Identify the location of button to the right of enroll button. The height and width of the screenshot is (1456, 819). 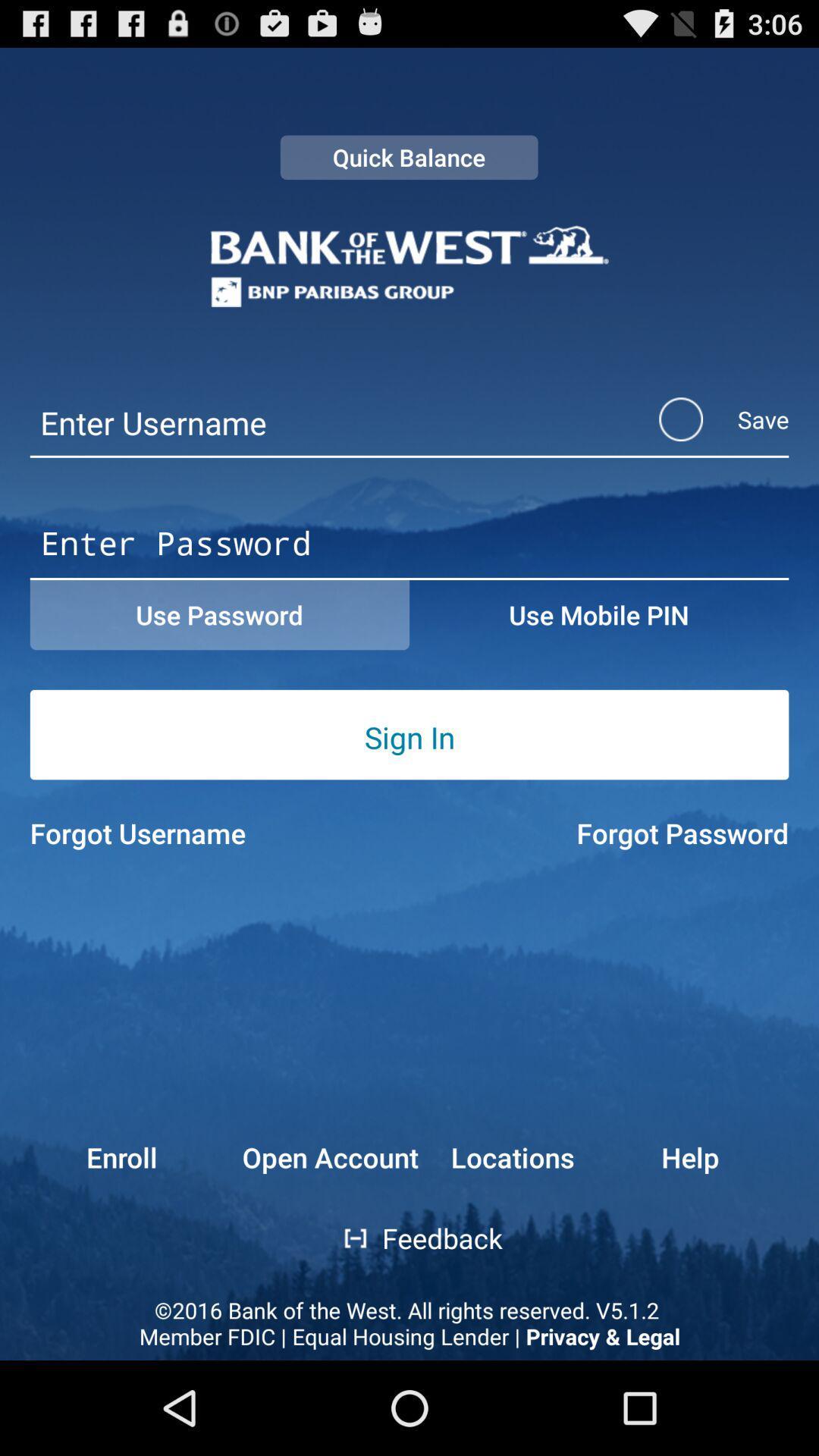
(345, 1238).